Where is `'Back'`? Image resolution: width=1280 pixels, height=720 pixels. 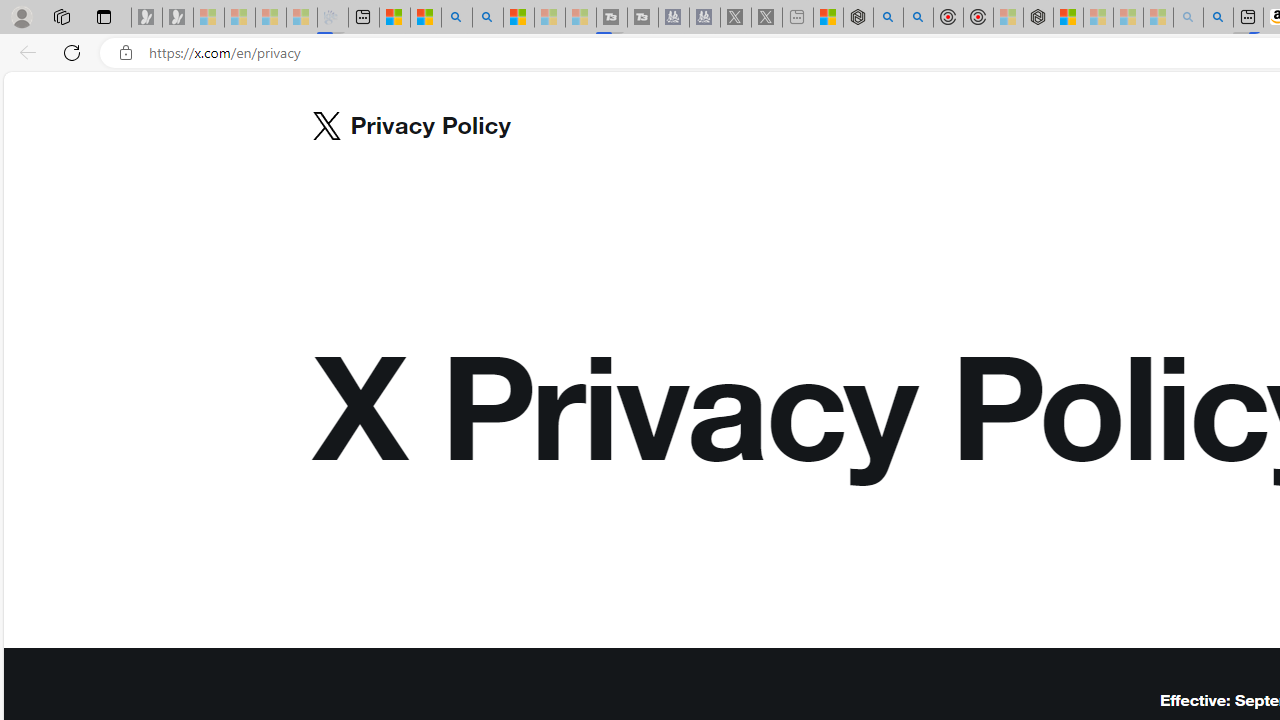 'Back' is located at coordinates (24, 51).